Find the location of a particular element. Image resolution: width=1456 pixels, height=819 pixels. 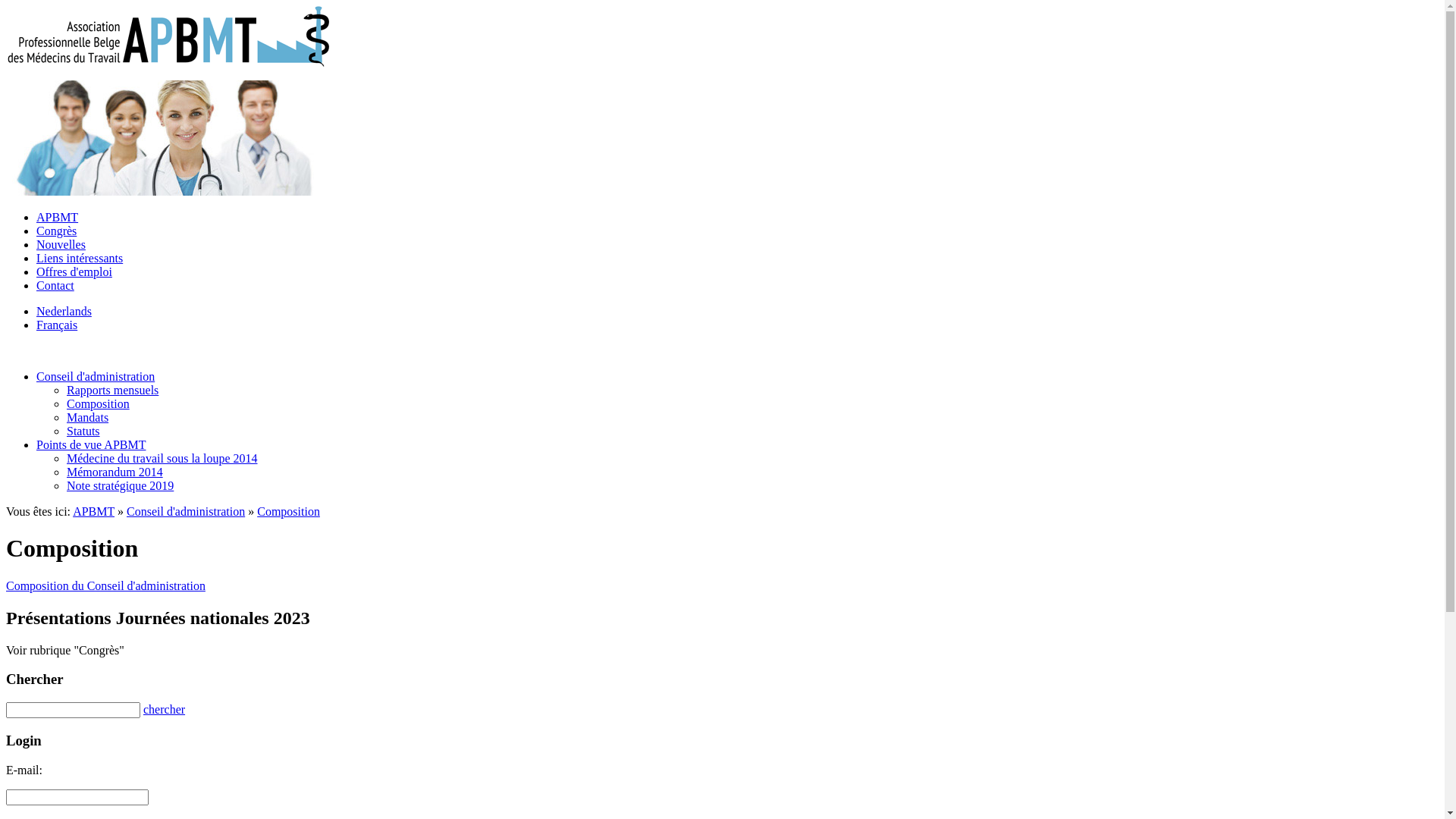

'chercher' is located at coordinates (164, 709).